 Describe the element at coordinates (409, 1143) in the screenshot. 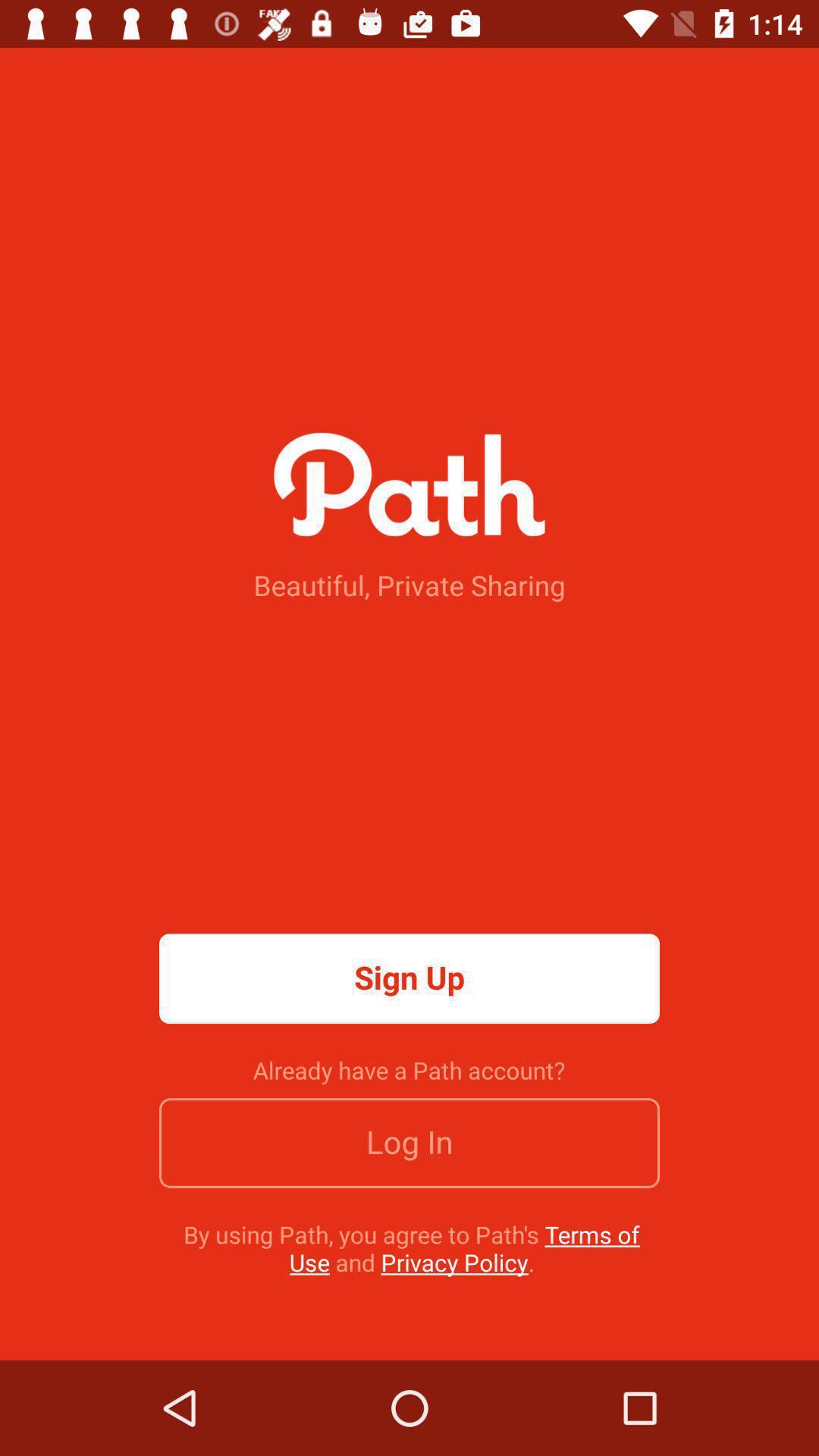

I see `log in item` at that location.